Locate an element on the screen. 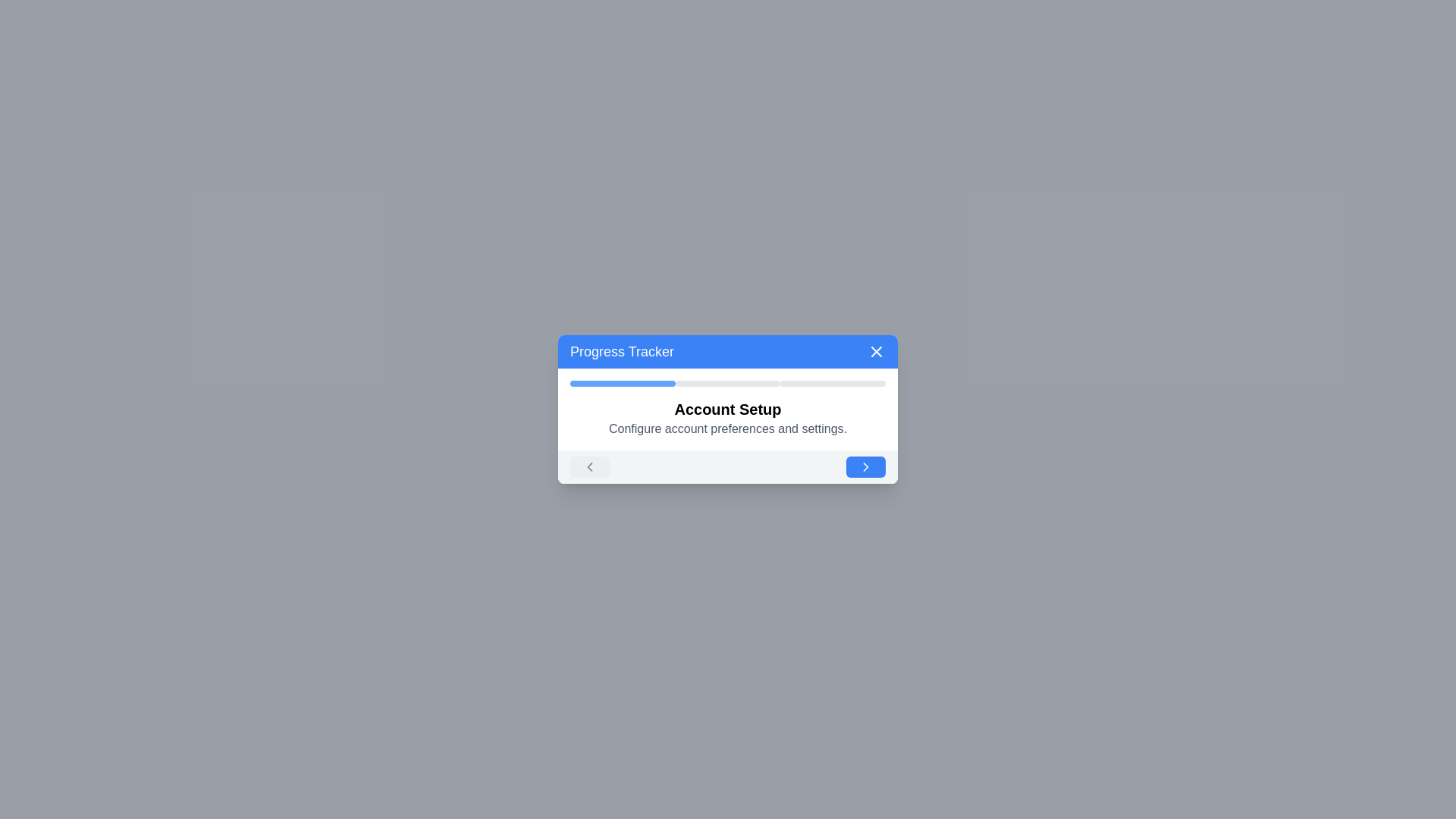 The image size is (1456, 819). the left-pointing chevron-shaped icon embedded within the button in the footer area is located at coordinates (588, 466).